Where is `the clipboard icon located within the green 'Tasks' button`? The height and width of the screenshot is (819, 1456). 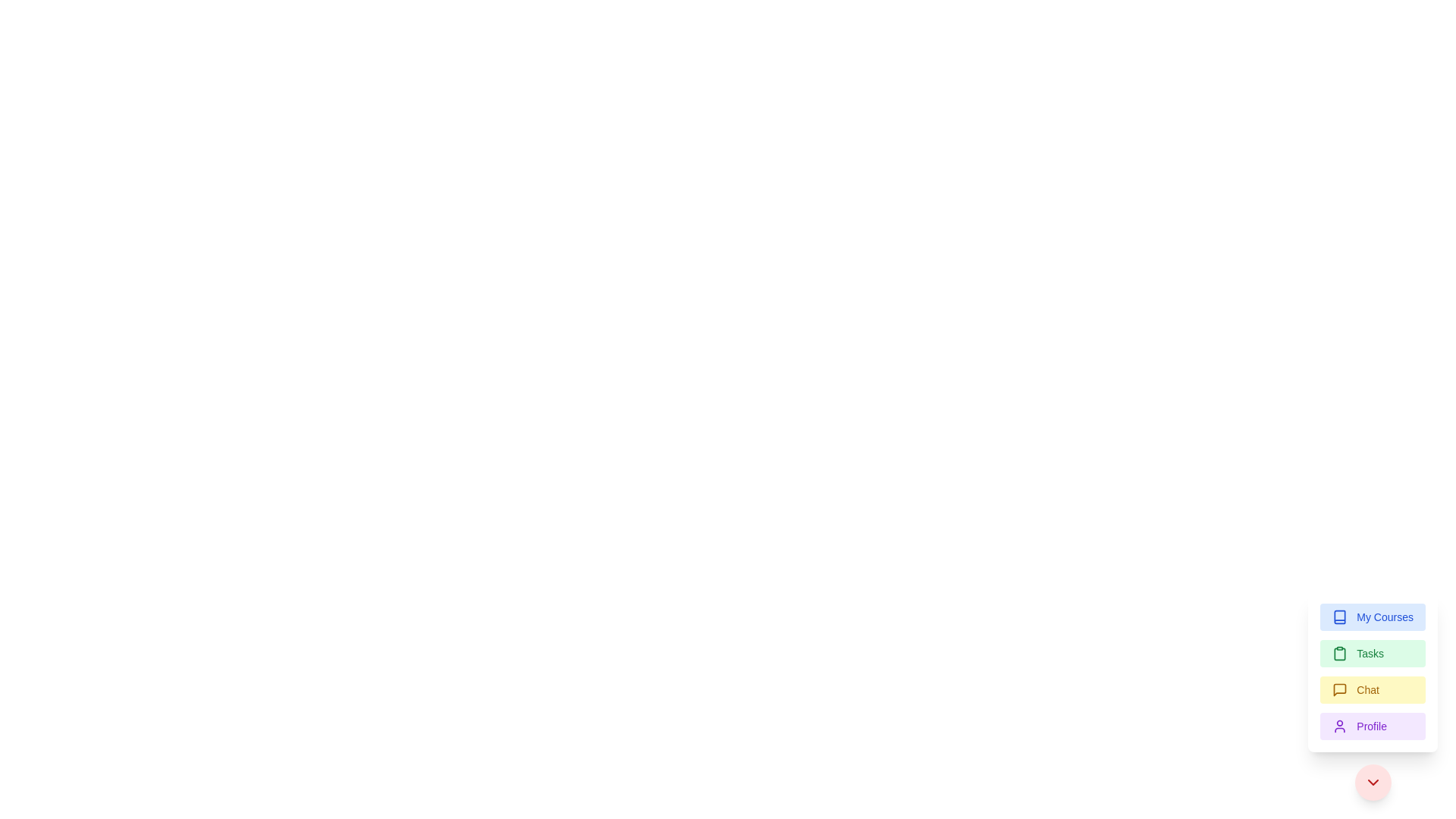
the clipboard icon located within the green 'Tasks' button is located at coordinates (1340, 652).